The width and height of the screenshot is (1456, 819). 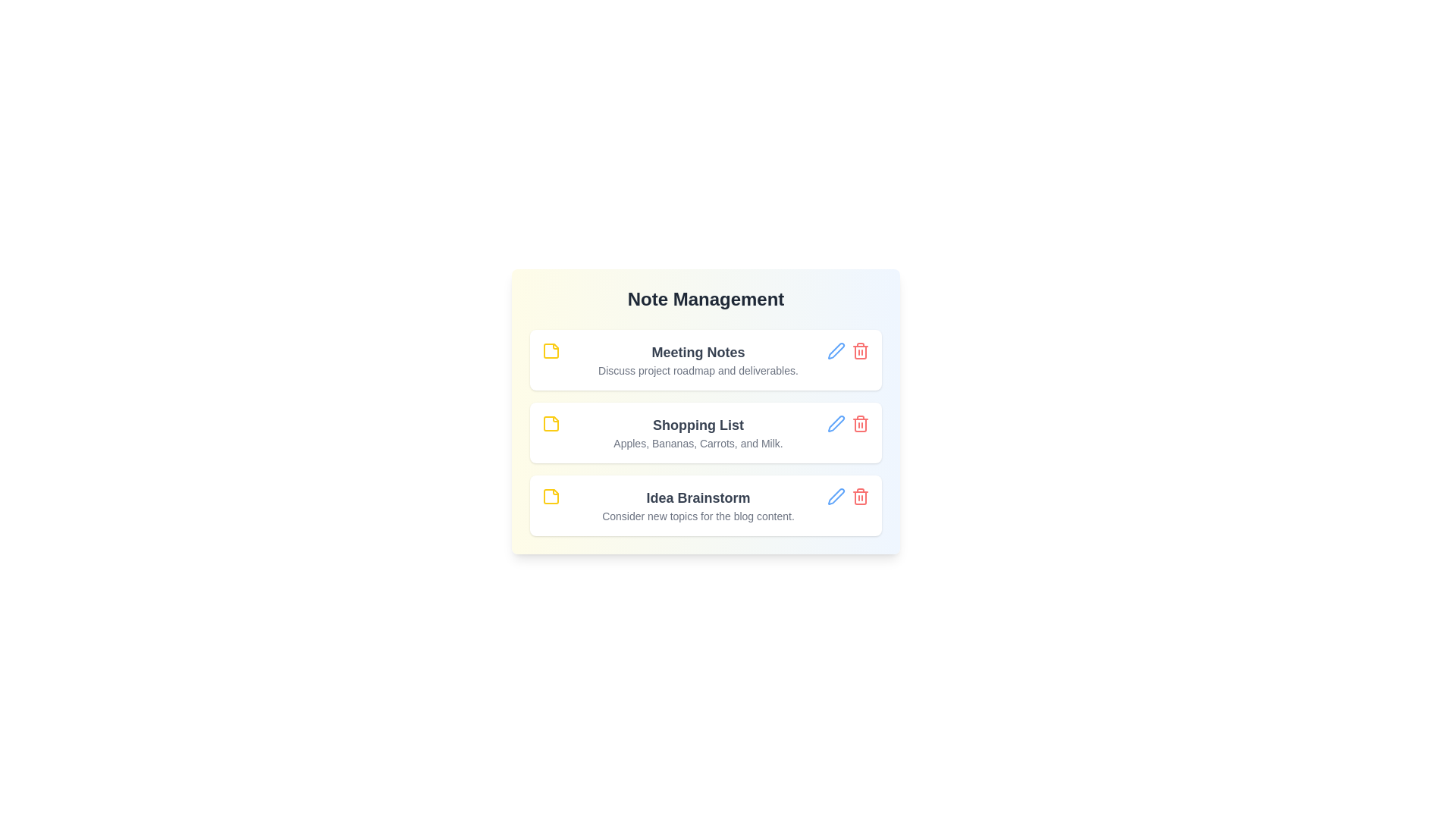 I want to click on the note titled 'Meeting Notes' to view its details, so click(x=698, y=353).